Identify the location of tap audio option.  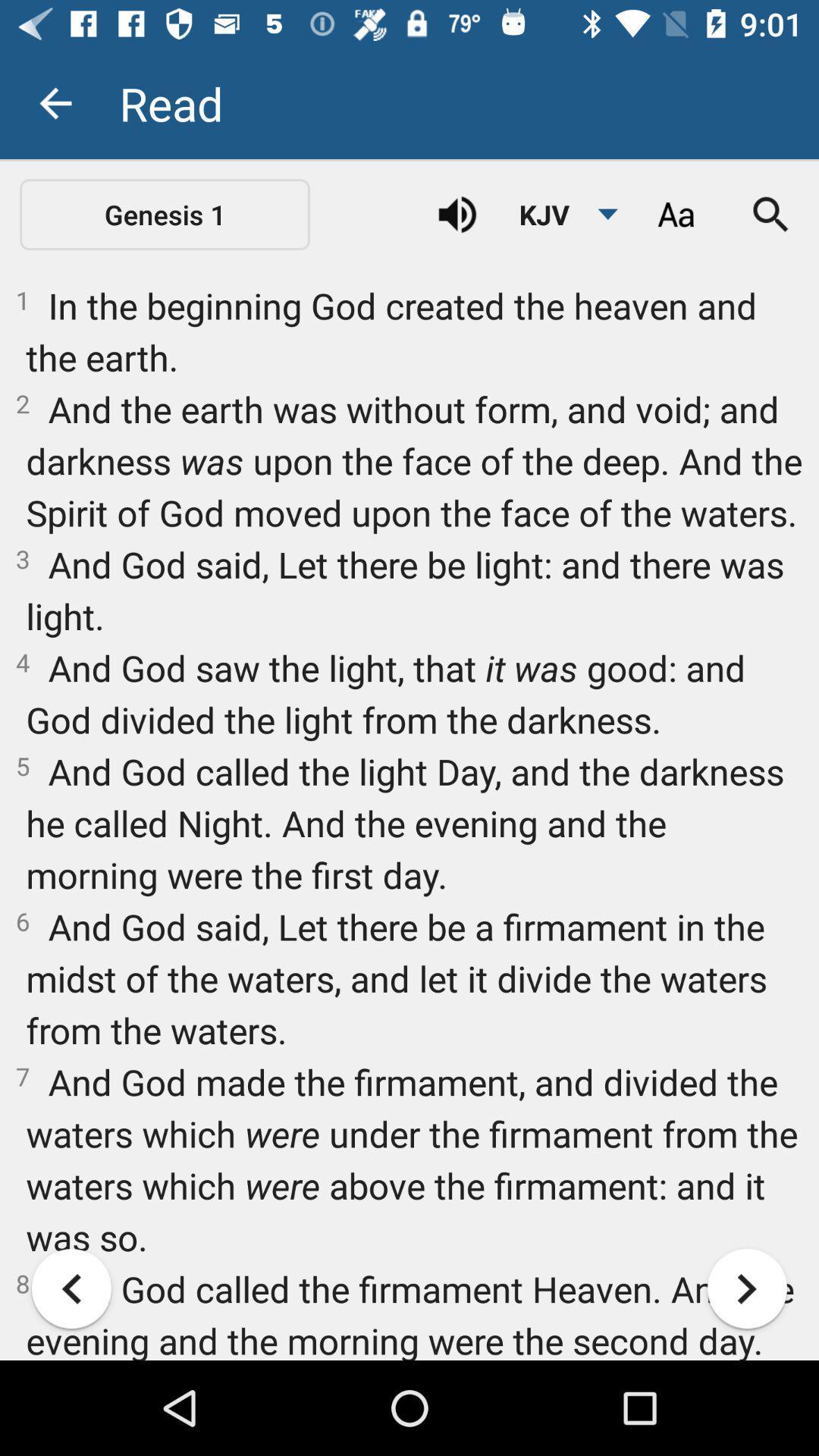
(457, 214).